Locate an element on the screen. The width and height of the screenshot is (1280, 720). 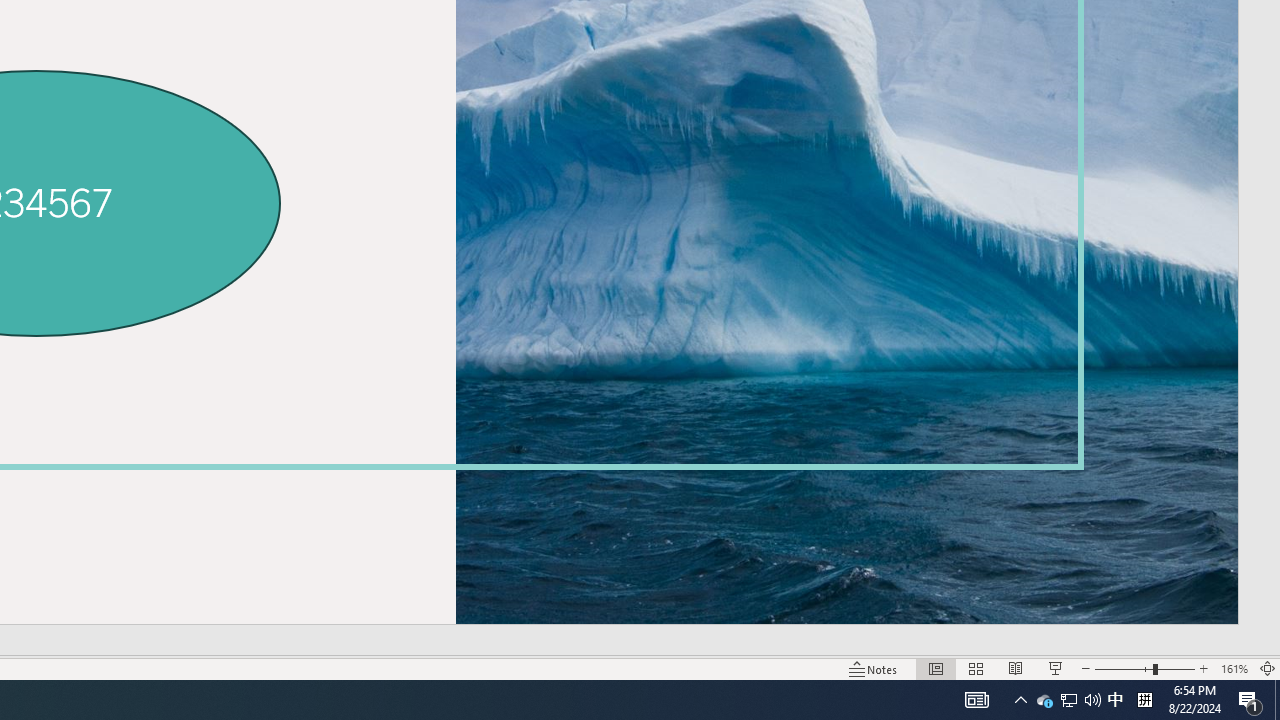
'Zoom 161%' is located at coordinates (1233, 669).